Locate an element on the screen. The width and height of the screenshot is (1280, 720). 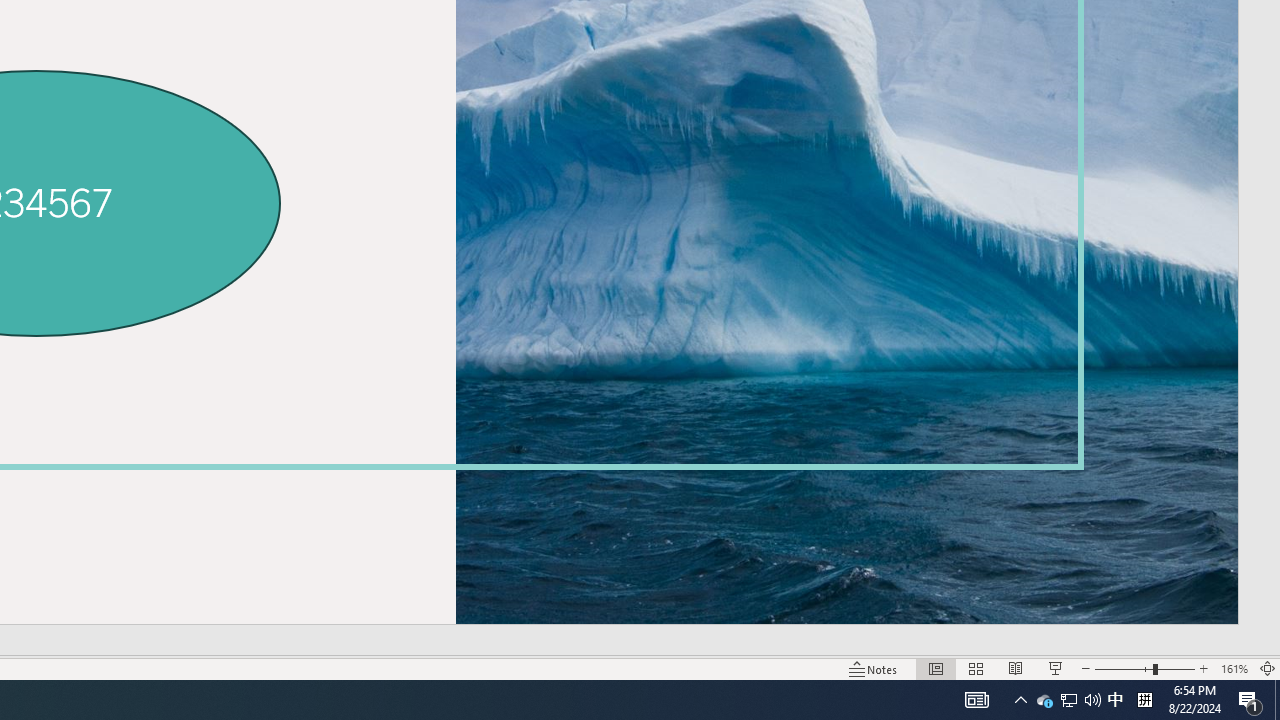
'Zoom 161%' is located at coordinates (1233, 669).